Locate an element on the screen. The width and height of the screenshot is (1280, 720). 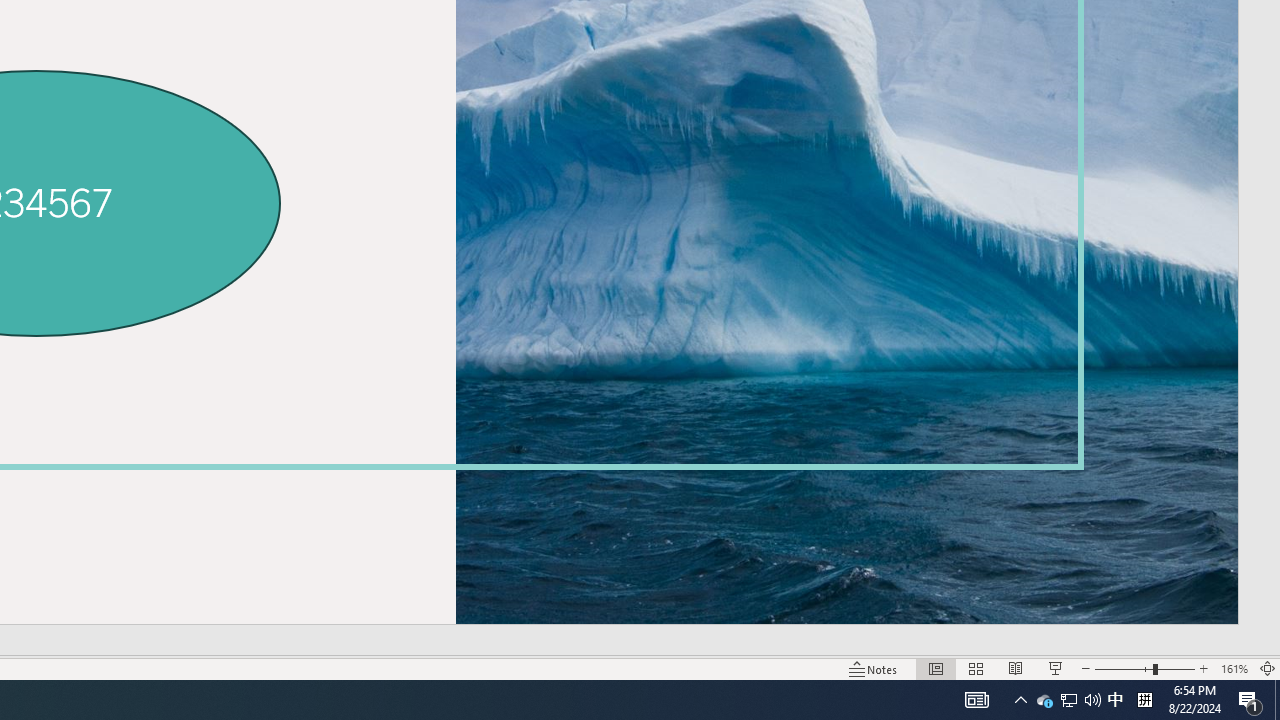
'Zoom 161%' is located at coordinates (1233, 669).